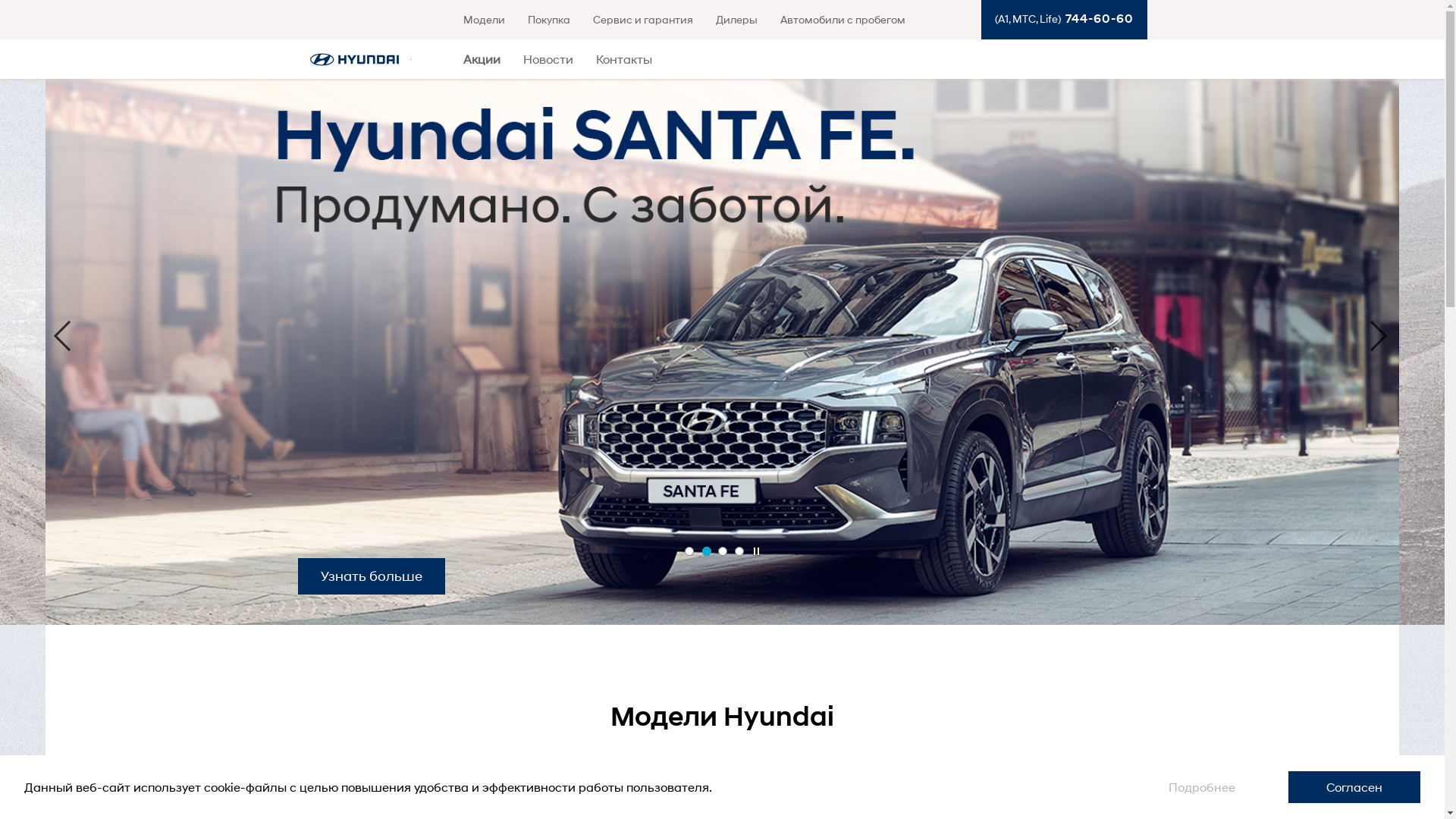 The image size is (1456, 819). Describe the element at coordinates (716, 551) in the screenshot. I see `'3'` at that location.